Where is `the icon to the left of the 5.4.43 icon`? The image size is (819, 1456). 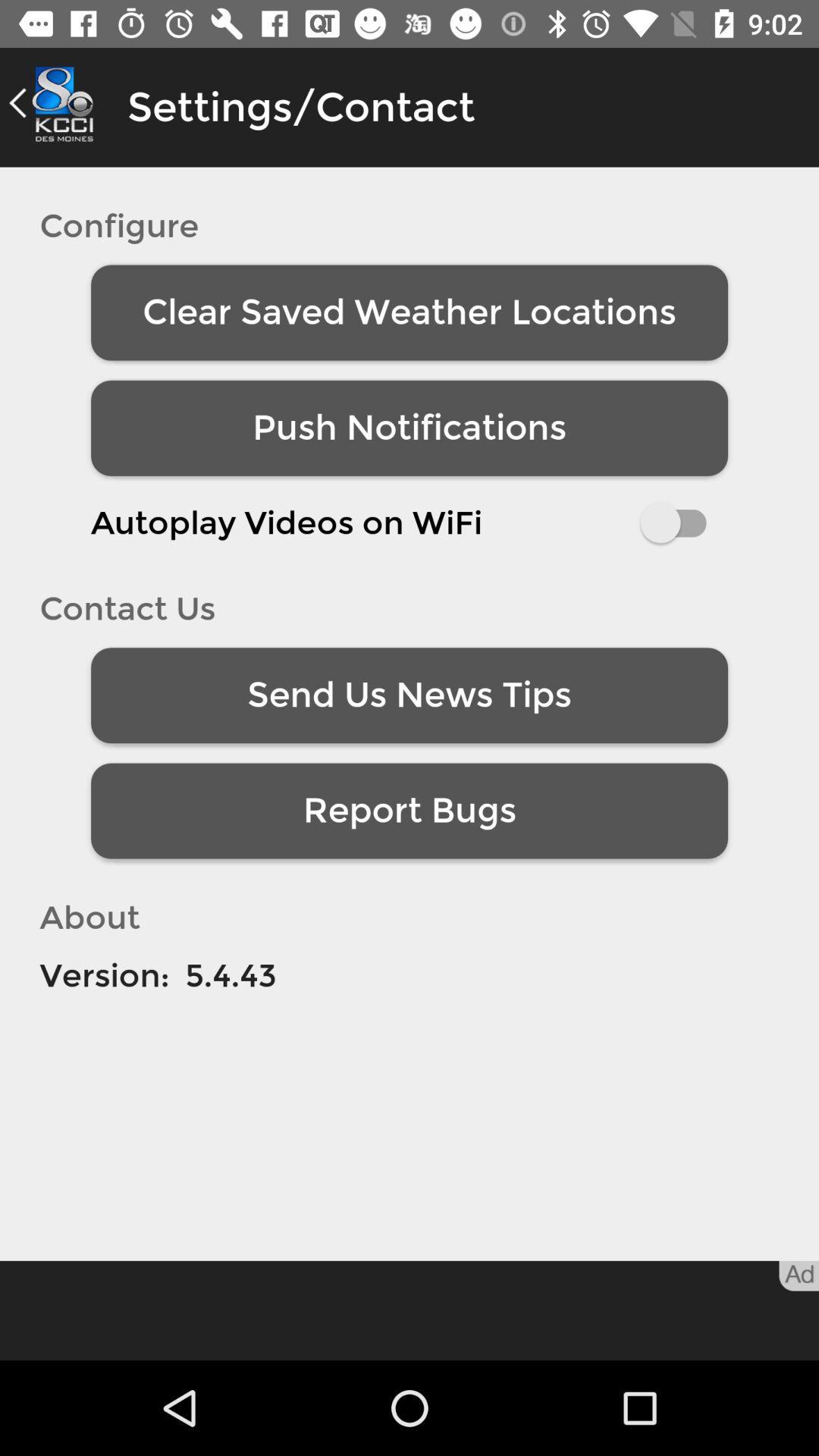
the icon to the left of the 5.4.43 icon is located at coordinates (104, 975).